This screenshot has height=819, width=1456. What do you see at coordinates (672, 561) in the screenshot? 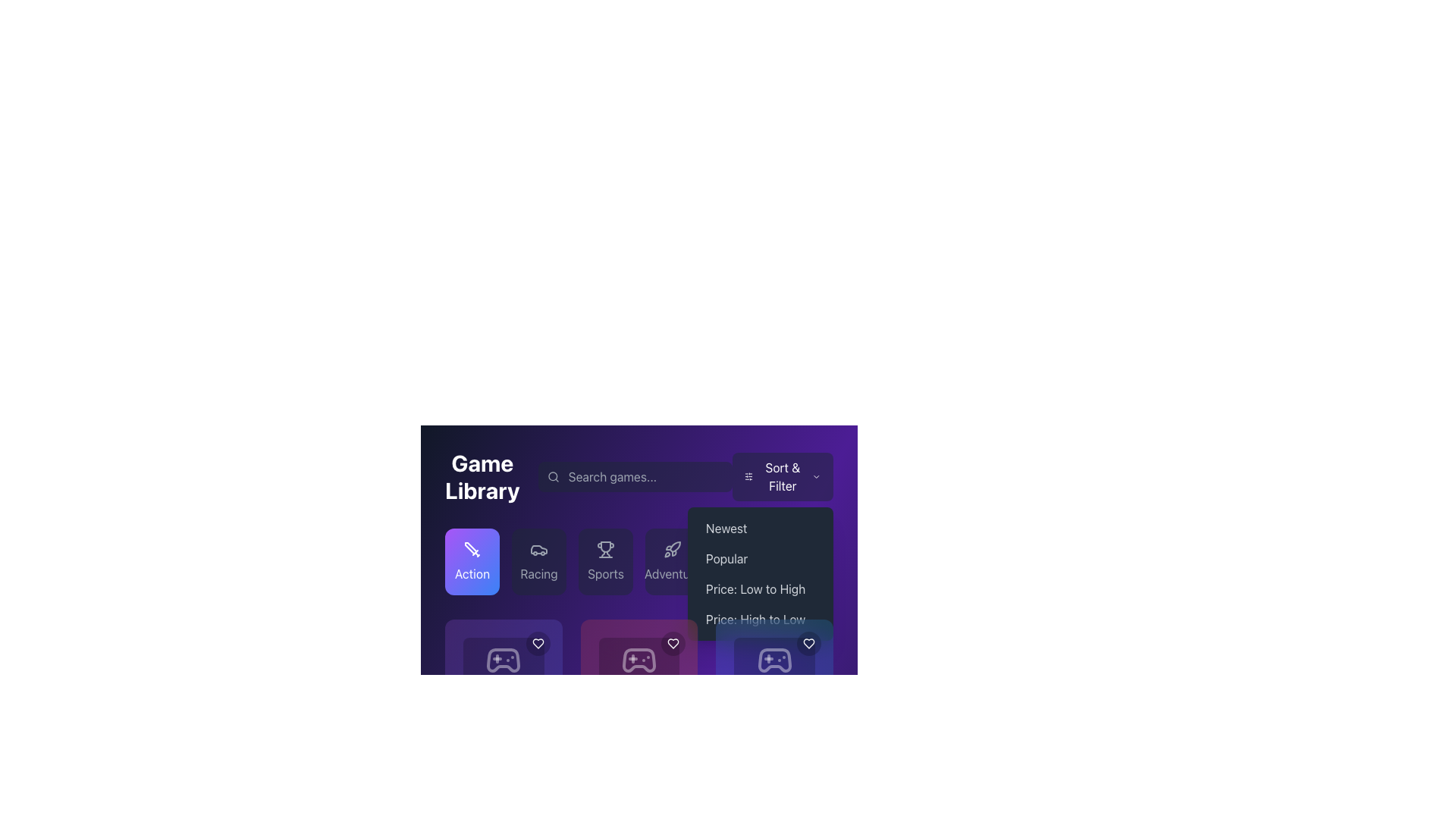
I see `the 'Adventure' button, which is a rounded rectangular button with a dark background and a rocket icon above the label, to visually highlight it` at bounding box center [672, 561].